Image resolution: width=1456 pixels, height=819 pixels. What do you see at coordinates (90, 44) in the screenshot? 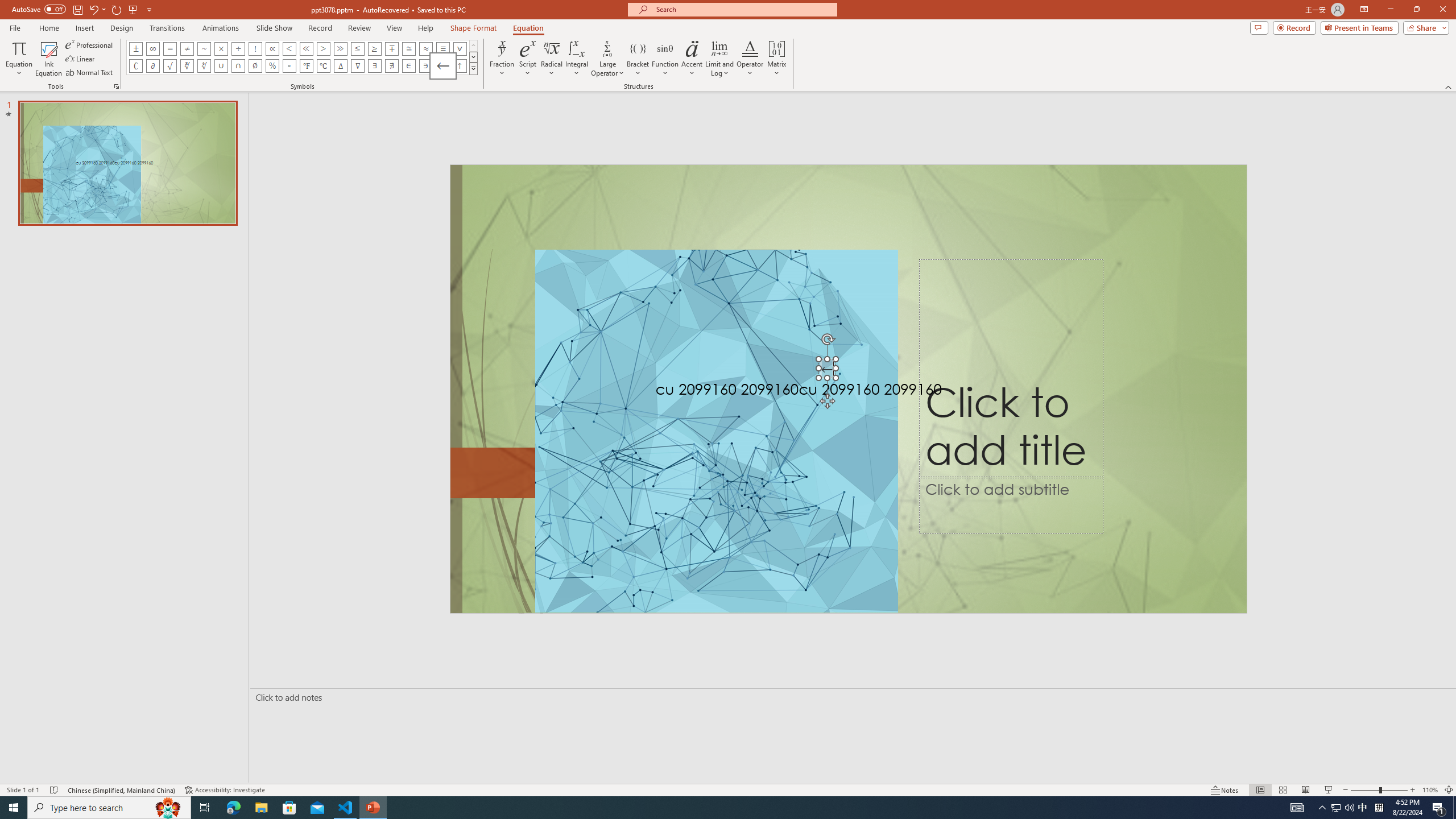
I see `'Professional'` at bounding box center [90, 44].